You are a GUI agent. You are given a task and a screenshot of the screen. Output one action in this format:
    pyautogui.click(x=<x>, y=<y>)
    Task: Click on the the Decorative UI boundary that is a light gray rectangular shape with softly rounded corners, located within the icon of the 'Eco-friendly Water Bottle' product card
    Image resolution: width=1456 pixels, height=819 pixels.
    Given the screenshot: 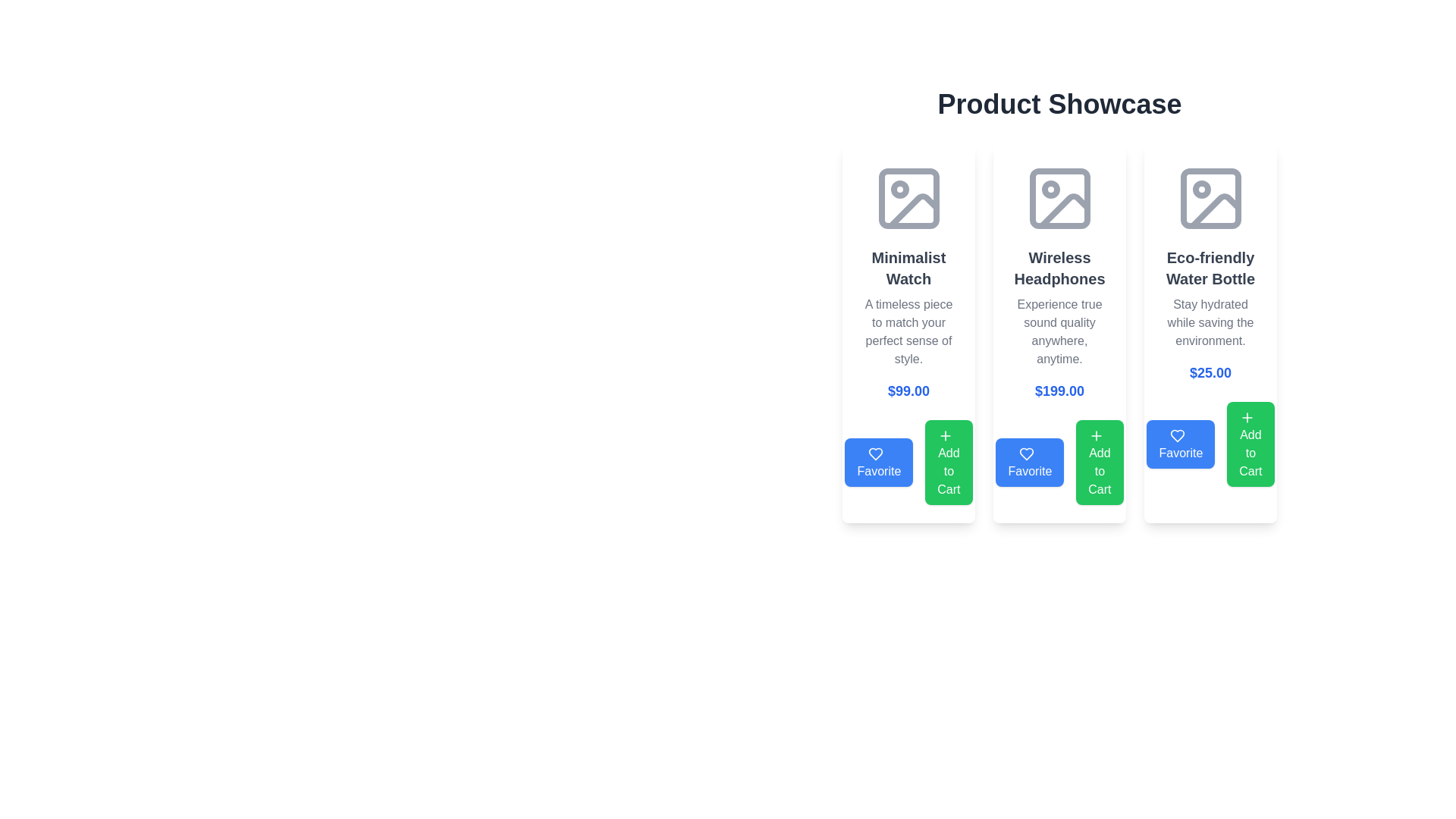 What is the action you would take?
    pyautogui.click(x=1210, y=198)
    